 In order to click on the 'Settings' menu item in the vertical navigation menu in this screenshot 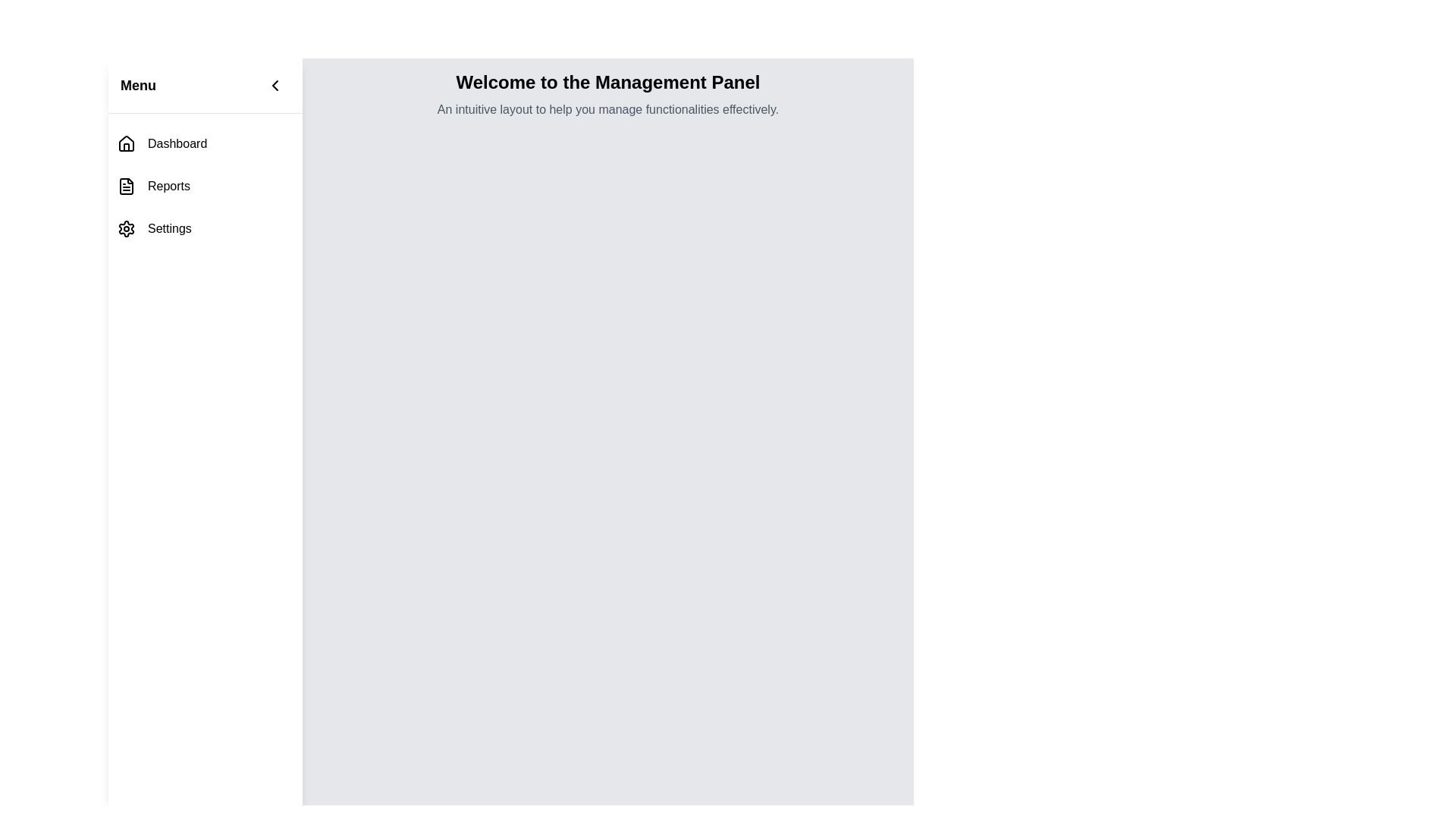, I will do `click(204, 228)`.